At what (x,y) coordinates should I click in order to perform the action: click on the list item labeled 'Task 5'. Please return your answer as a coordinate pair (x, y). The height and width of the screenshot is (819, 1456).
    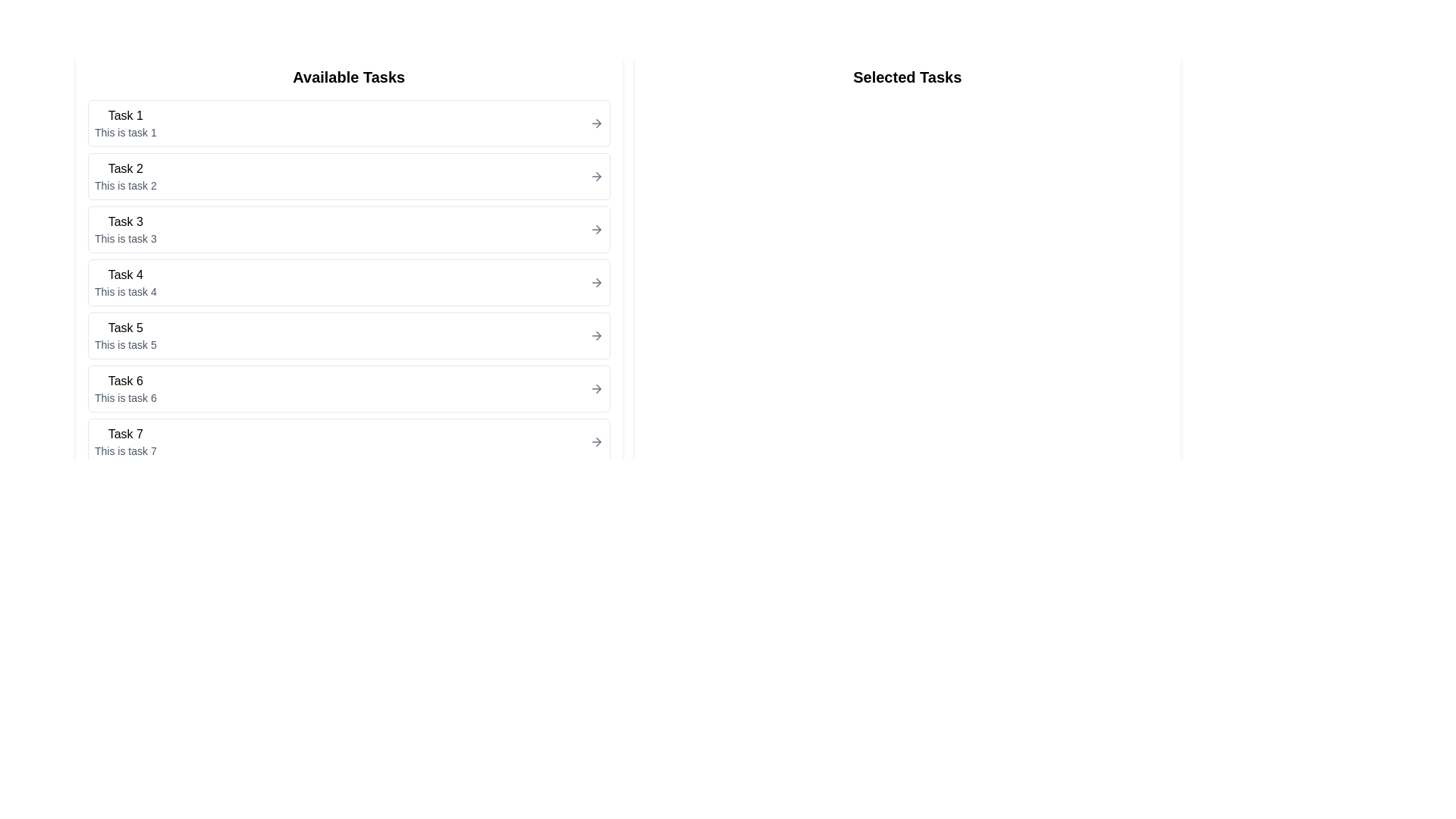
    Looking at the image, I should click on (125, 335).